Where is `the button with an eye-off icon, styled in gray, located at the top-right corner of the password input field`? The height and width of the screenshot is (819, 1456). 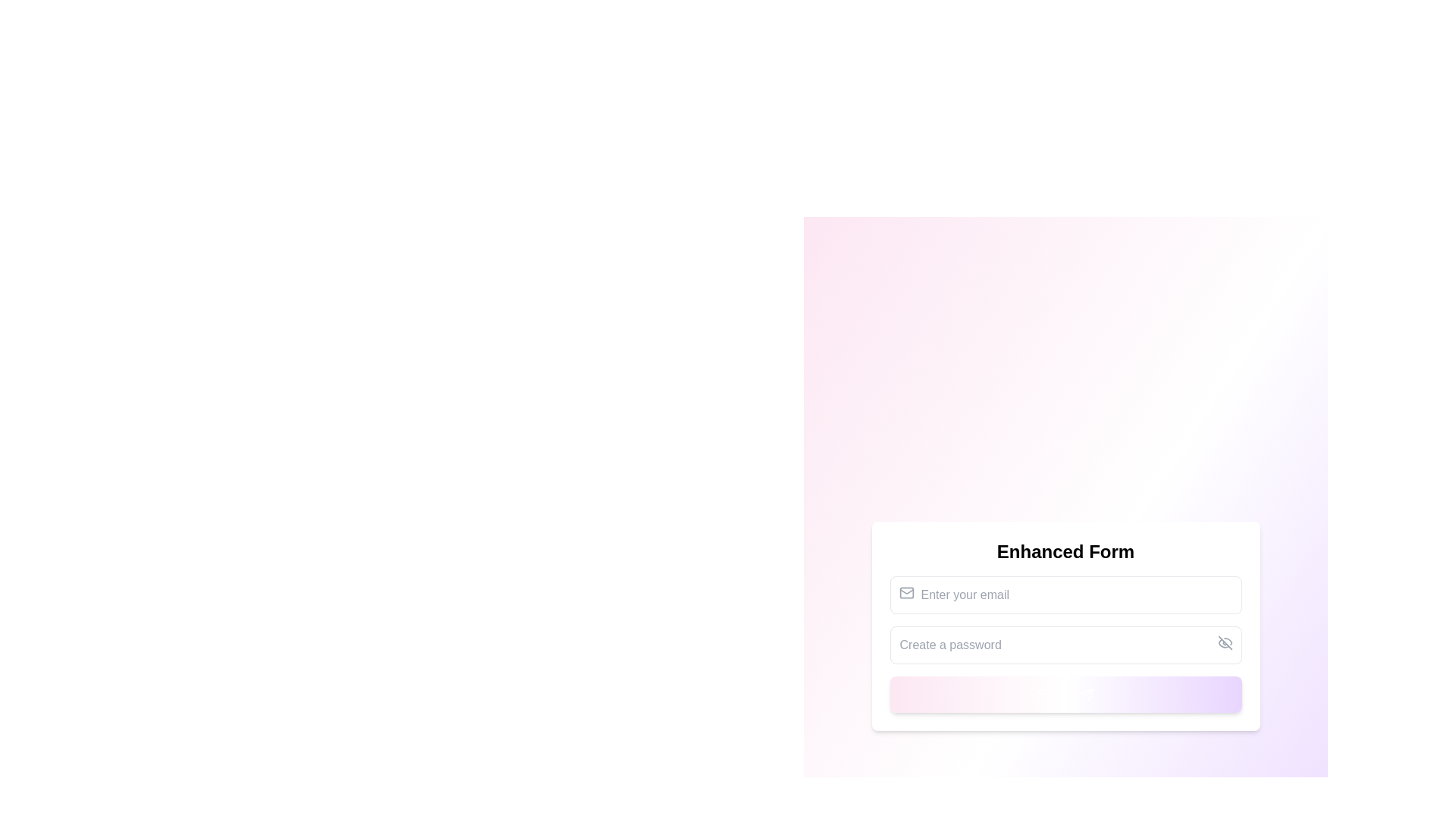 the button with an eye-off icon, styled in gray, located at the top-right corner of the password input field is located at coordinates (1225, 643).